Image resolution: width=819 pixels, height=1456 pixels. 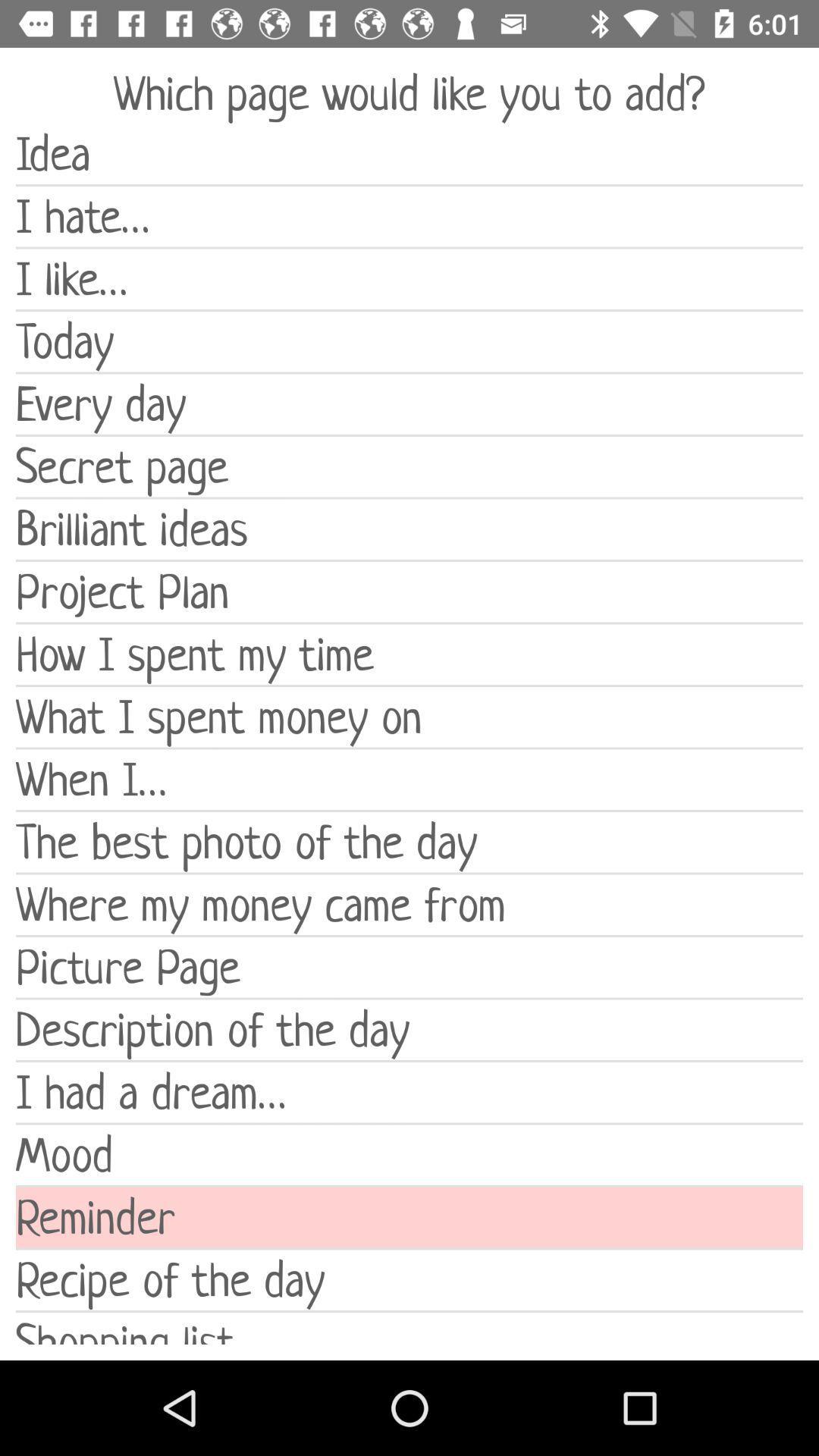 I want to click on icon above the today, so click(x=409, y=279).